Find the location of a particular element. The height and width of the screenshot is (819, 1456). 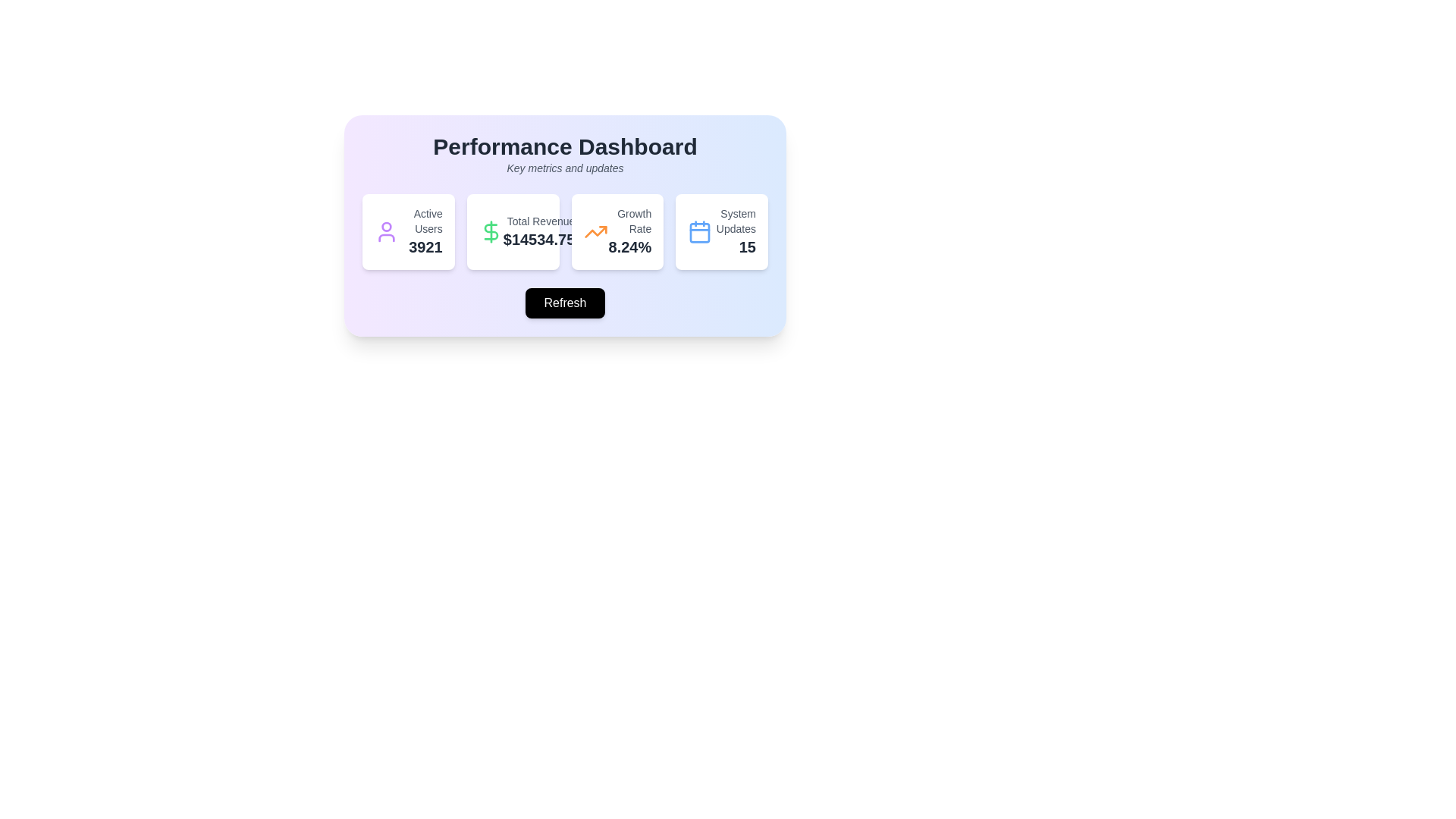

text label 'Growth Rate' located above the larger percentage '8.24%' within the statistics section of the third card from the left in the dashboard is located at coordinates (629, 221).